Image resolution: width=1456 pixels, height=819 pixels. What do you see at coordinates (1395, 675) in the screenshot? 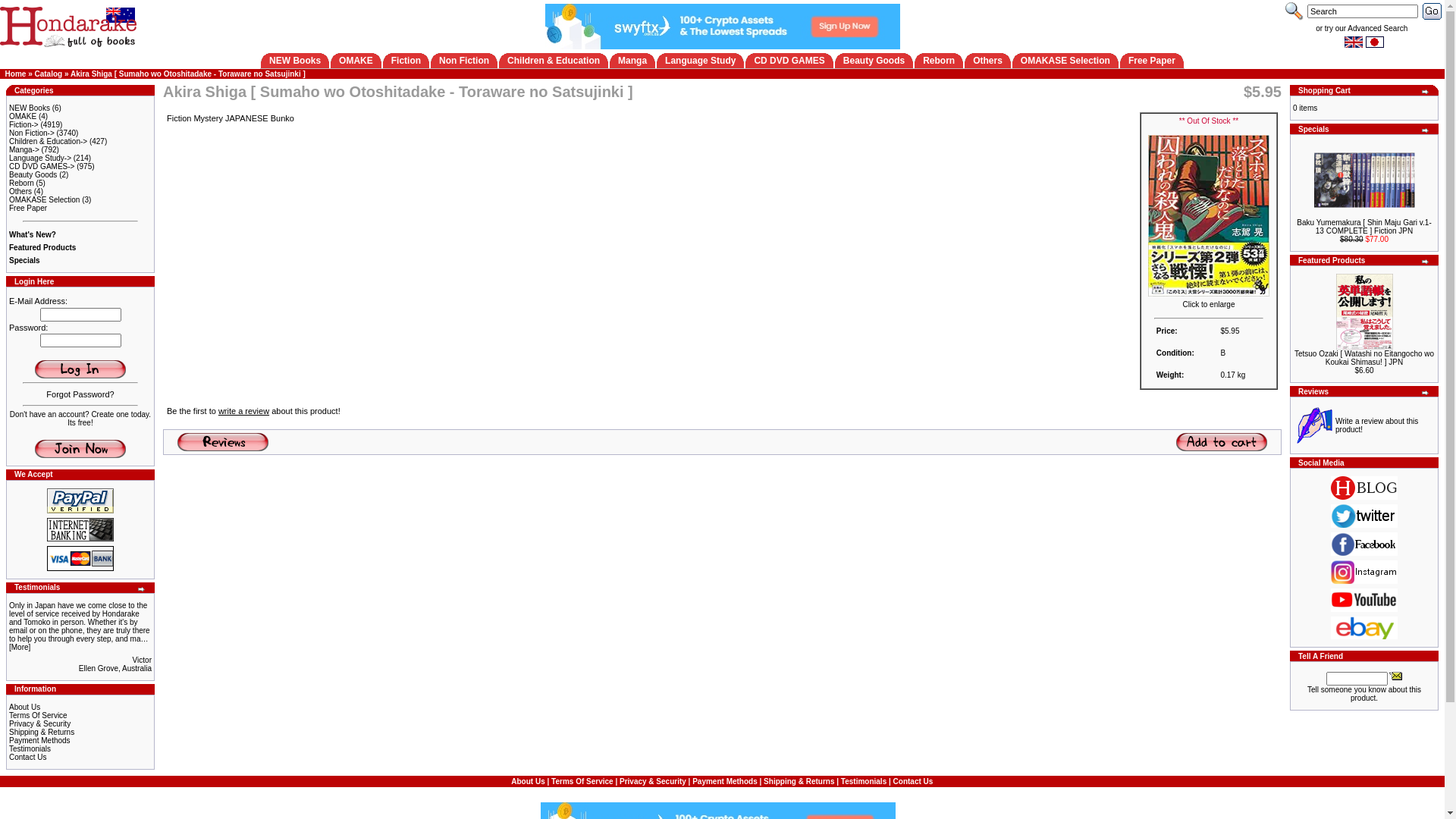
I see `' Tell A Friend '` at bounding box center [1395, 675].